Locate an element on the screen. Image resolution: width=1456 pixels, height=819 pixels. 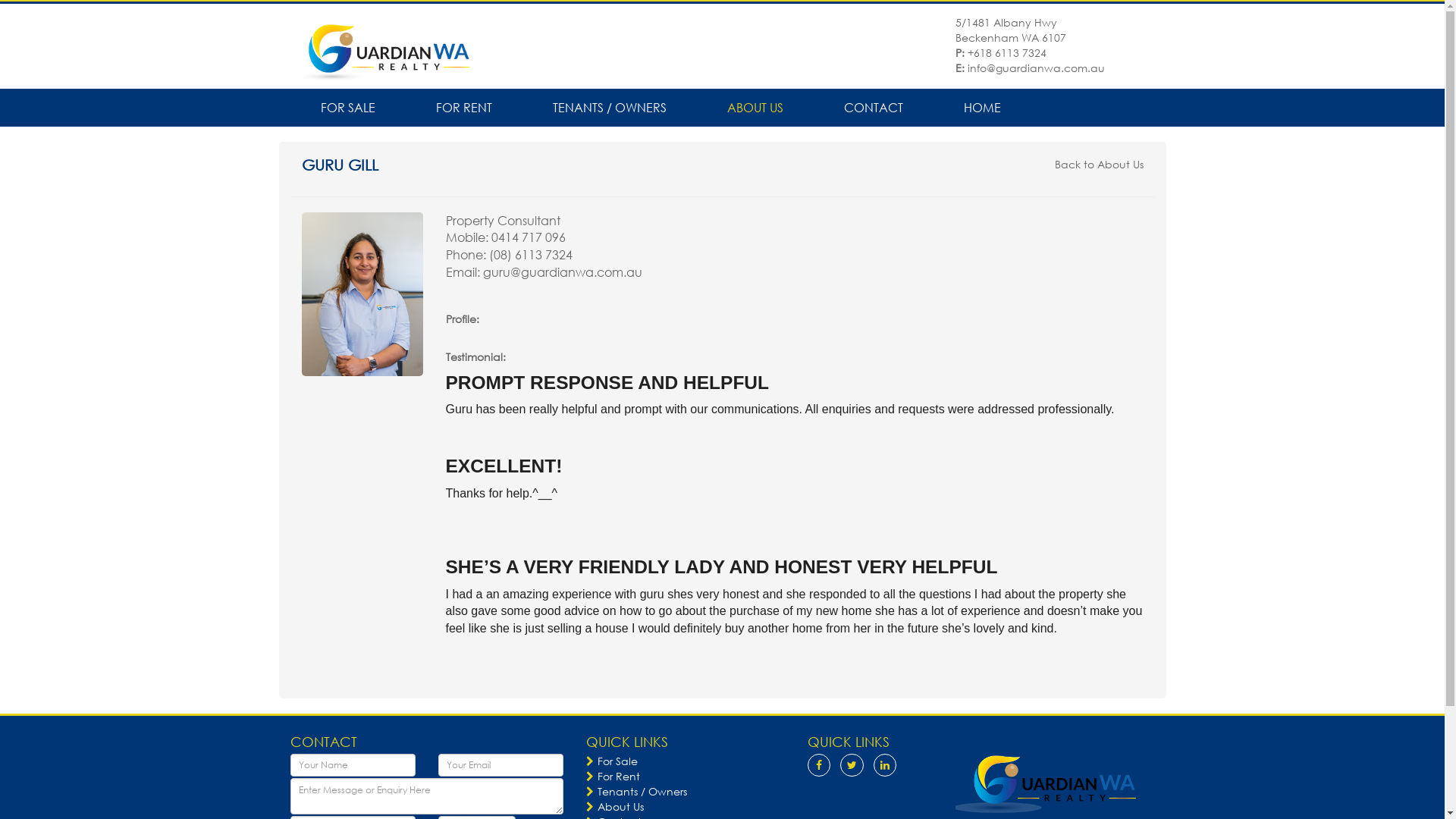
'FOR RENT' is located at coordinates (404, 107).